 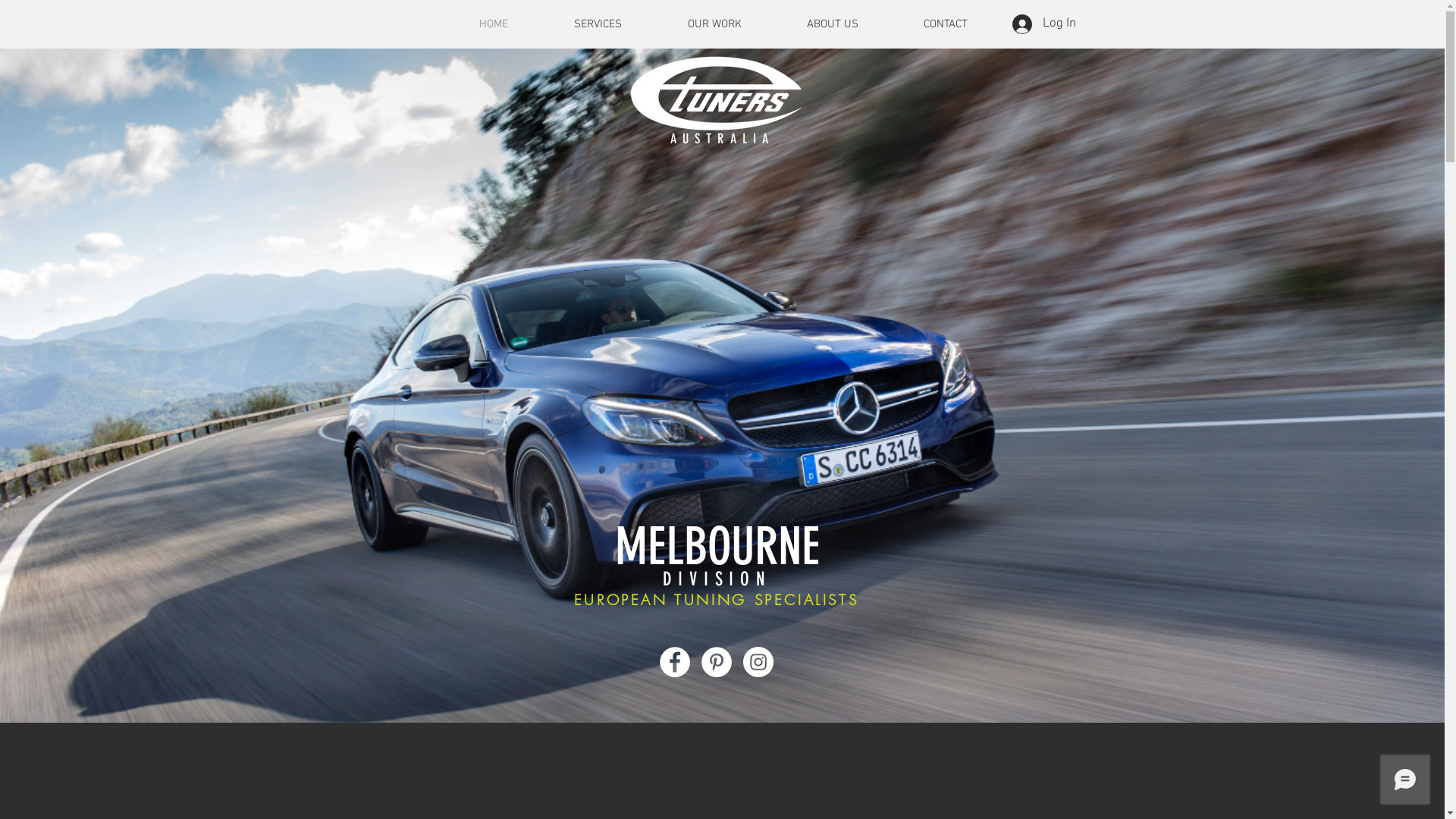 I want to click on 'ABOUT US', so click(x=773, y=24).